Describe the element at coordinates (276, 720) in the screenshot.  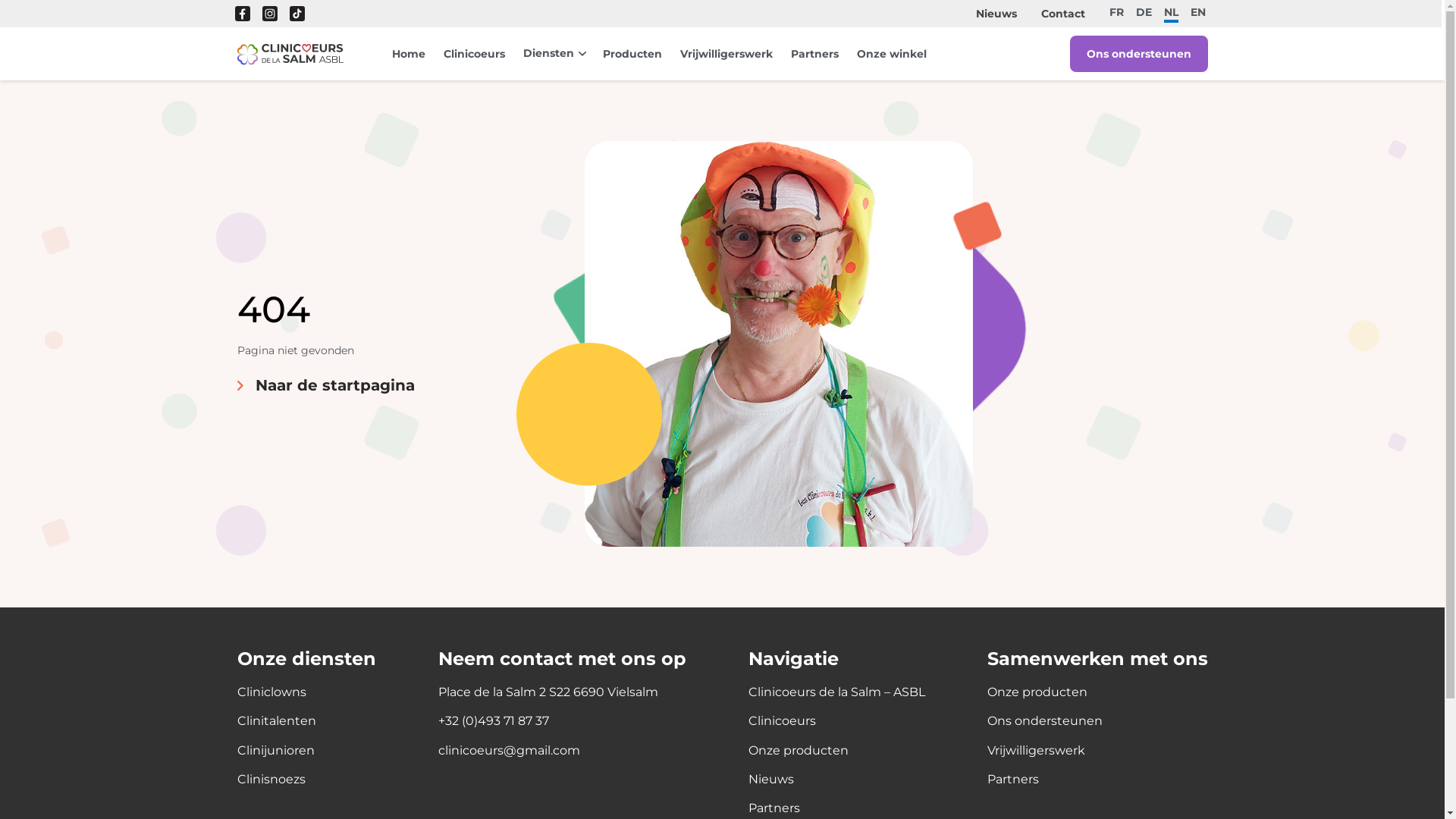
I see `'Clinitalenten'` at that location.